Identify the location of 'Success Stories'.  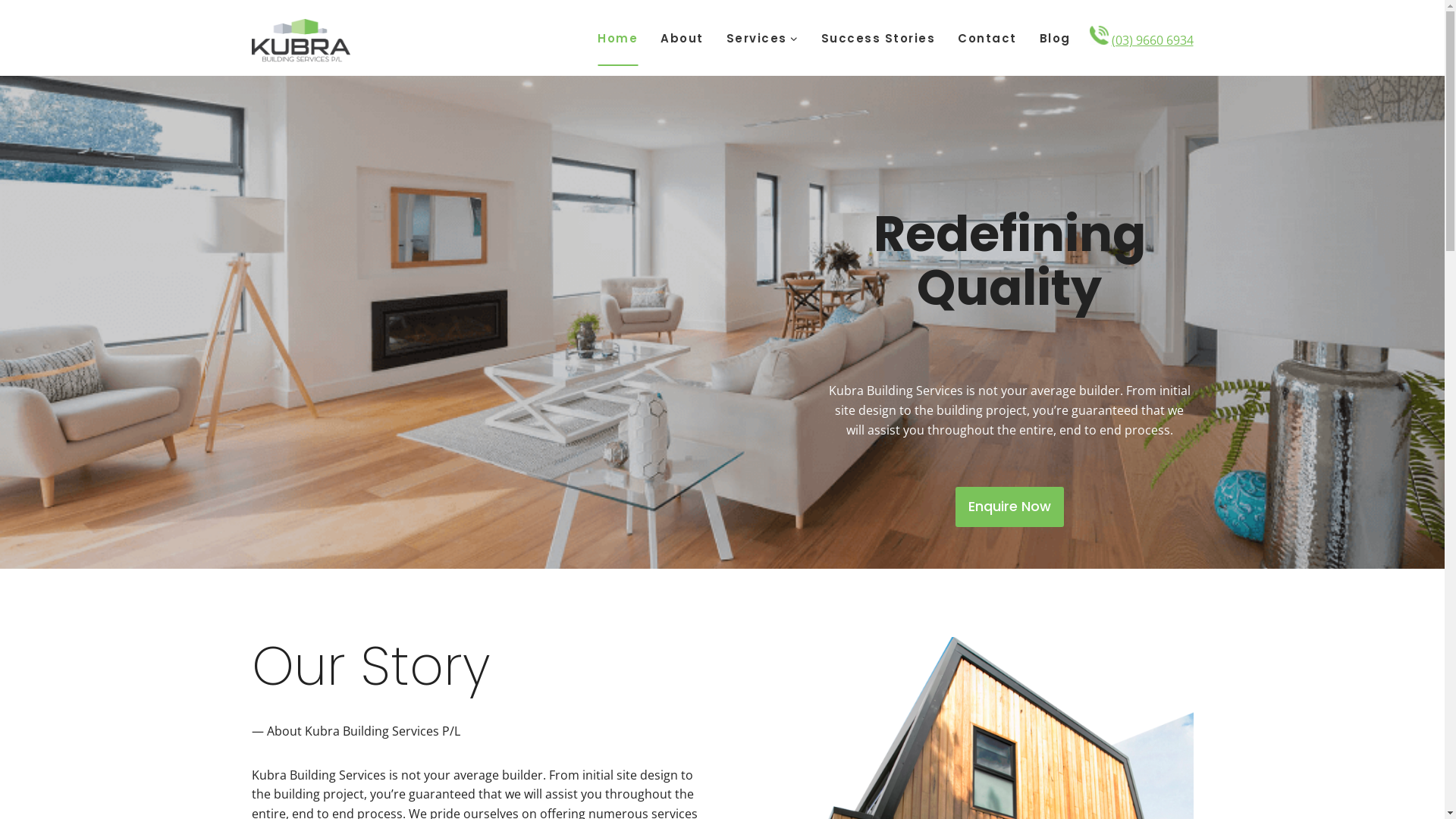
(878, 37).